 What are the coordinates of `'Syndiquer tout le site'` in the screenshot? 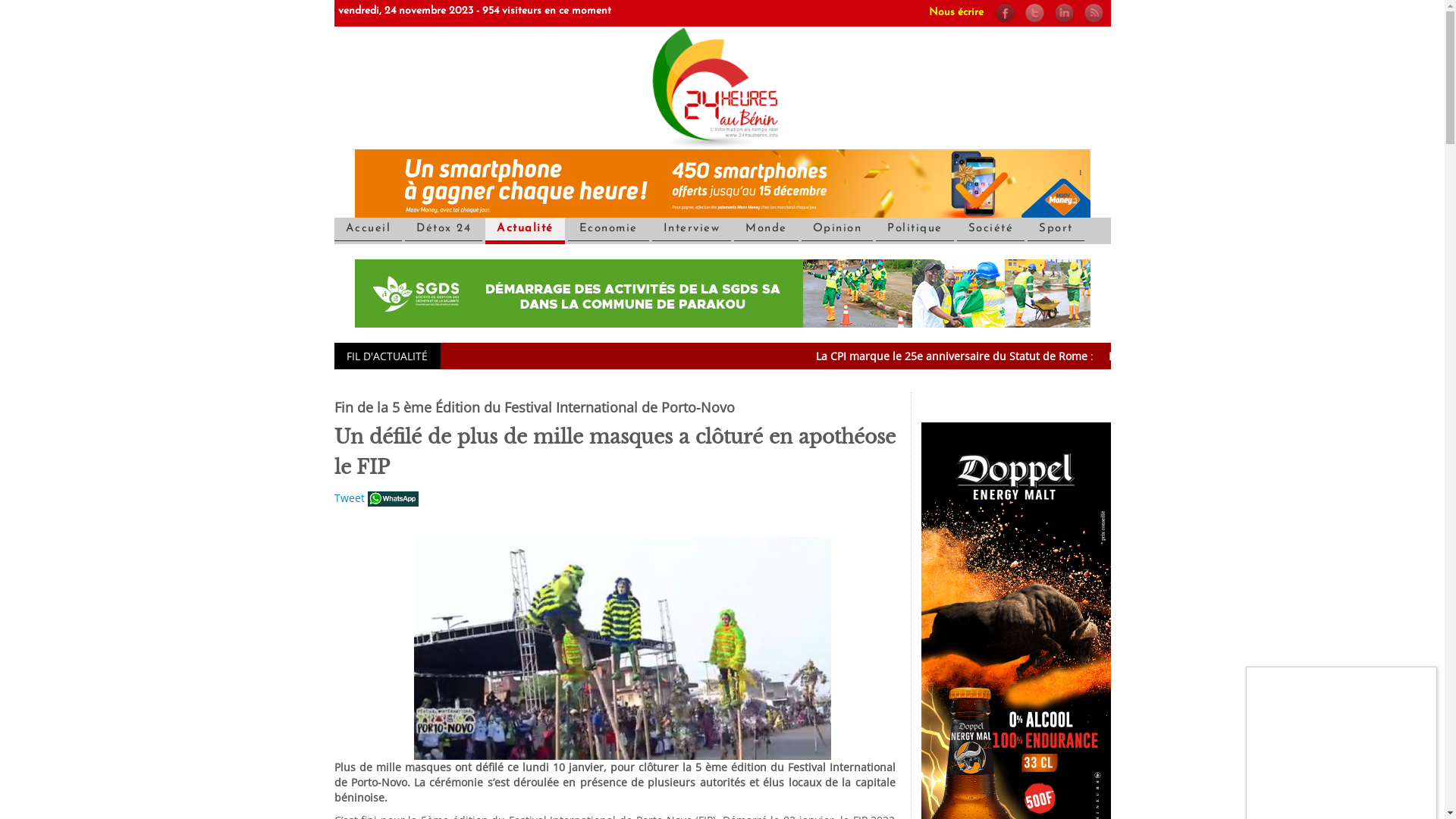 It's located at (1097, 12).